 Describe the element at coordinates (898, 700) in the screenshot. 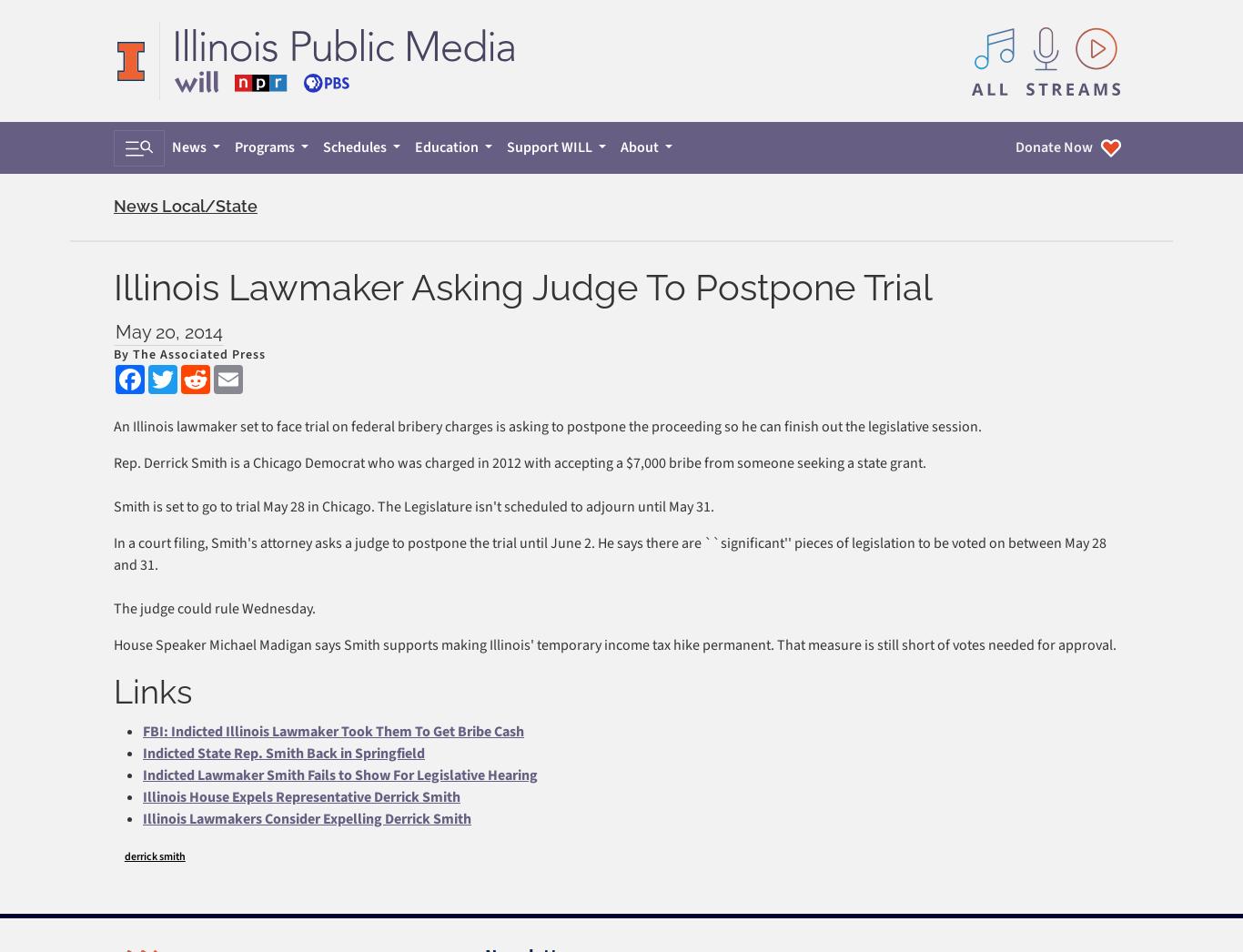

I see `'Research'` at that location.